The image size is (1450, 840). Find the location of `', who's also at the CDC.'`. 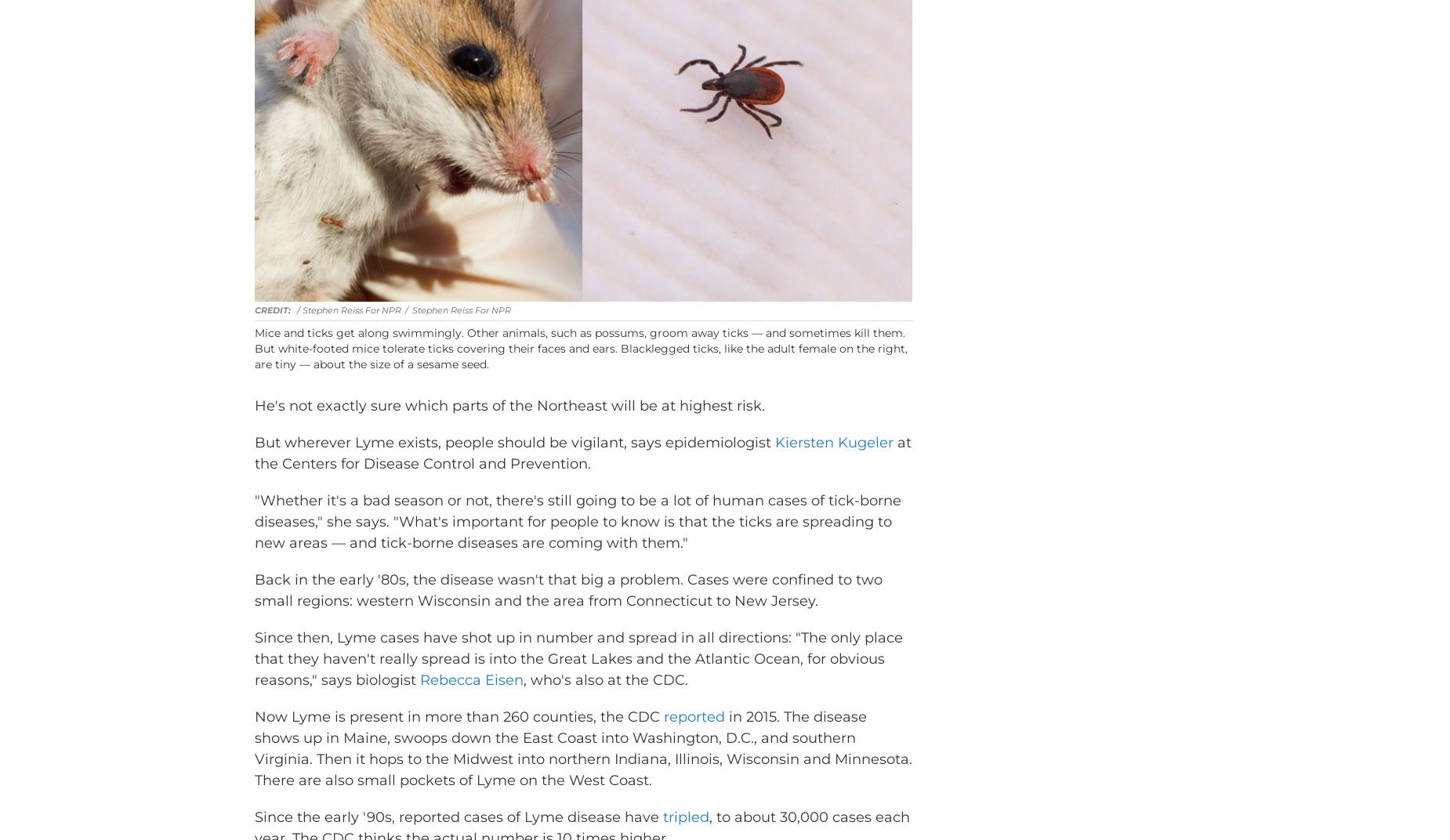

', who's also at the CDC.' is located at coordinates (605, 703).